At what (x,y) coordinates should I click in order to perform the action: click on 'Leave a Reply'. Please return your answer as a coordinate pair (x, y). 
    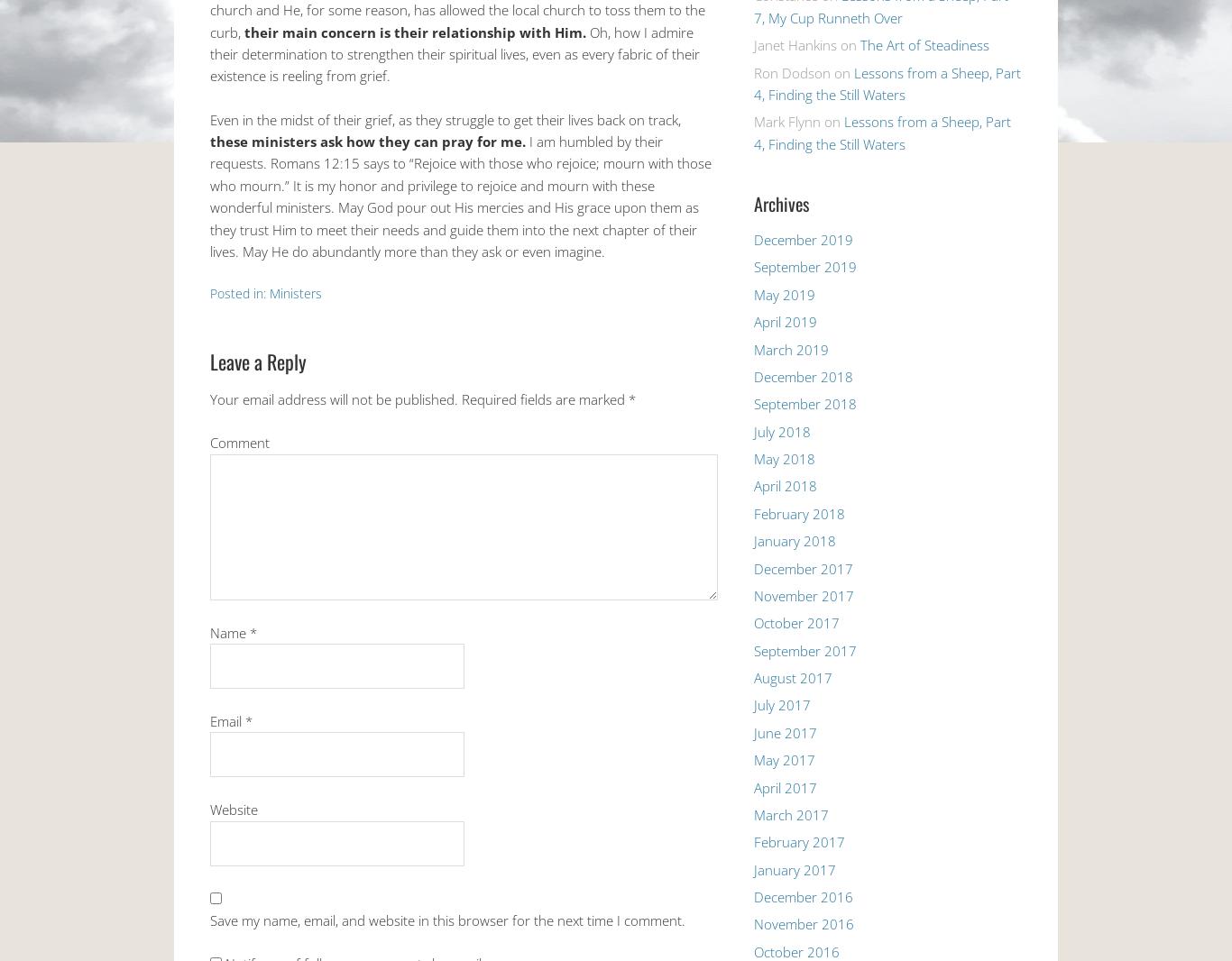
    Looking at the image, I should click on (258, 362).